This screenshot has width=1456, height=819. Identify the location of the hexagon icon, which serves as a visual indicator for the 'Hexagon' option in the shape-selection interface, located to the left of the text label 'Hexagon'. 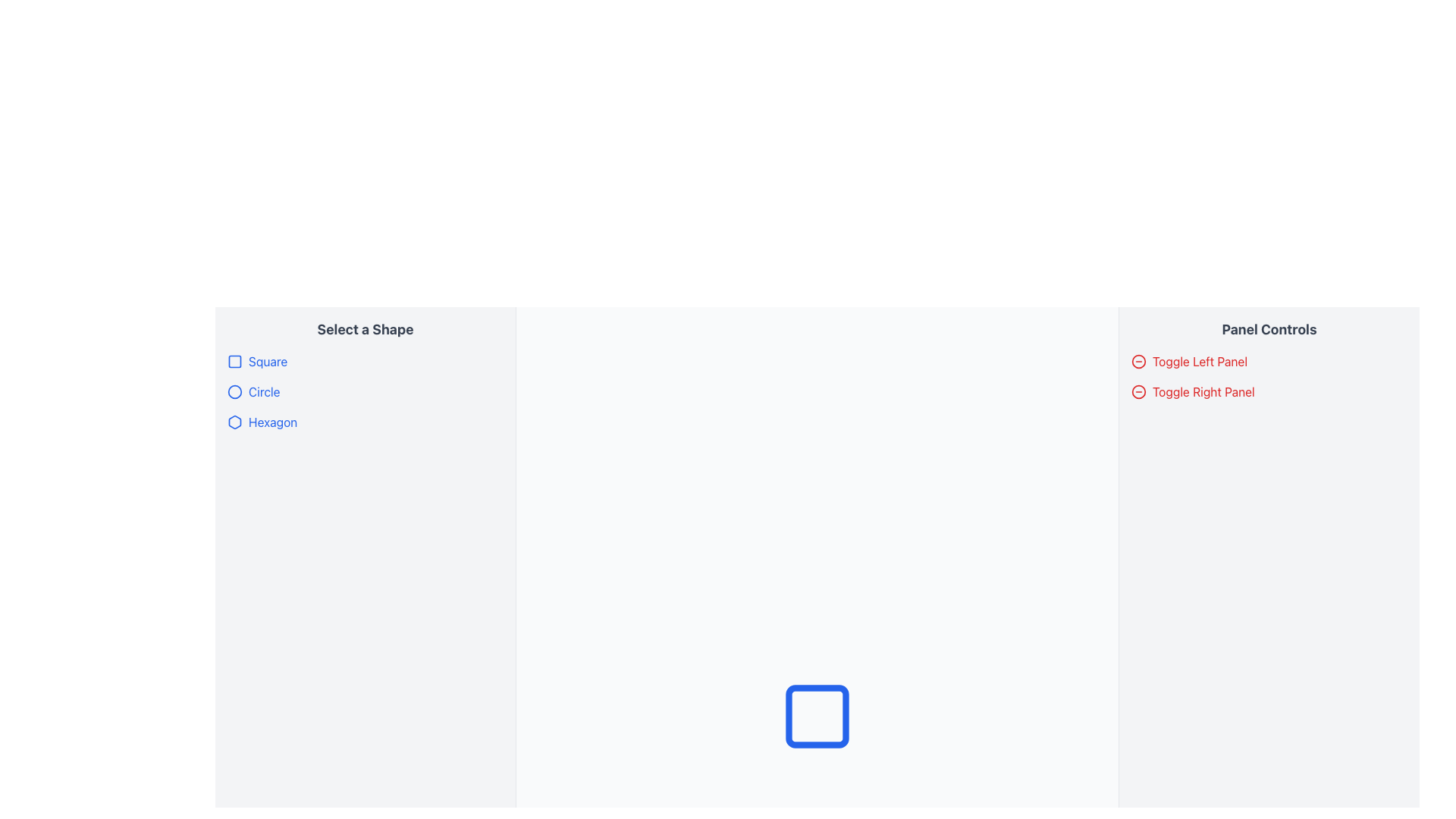
(234, 422).